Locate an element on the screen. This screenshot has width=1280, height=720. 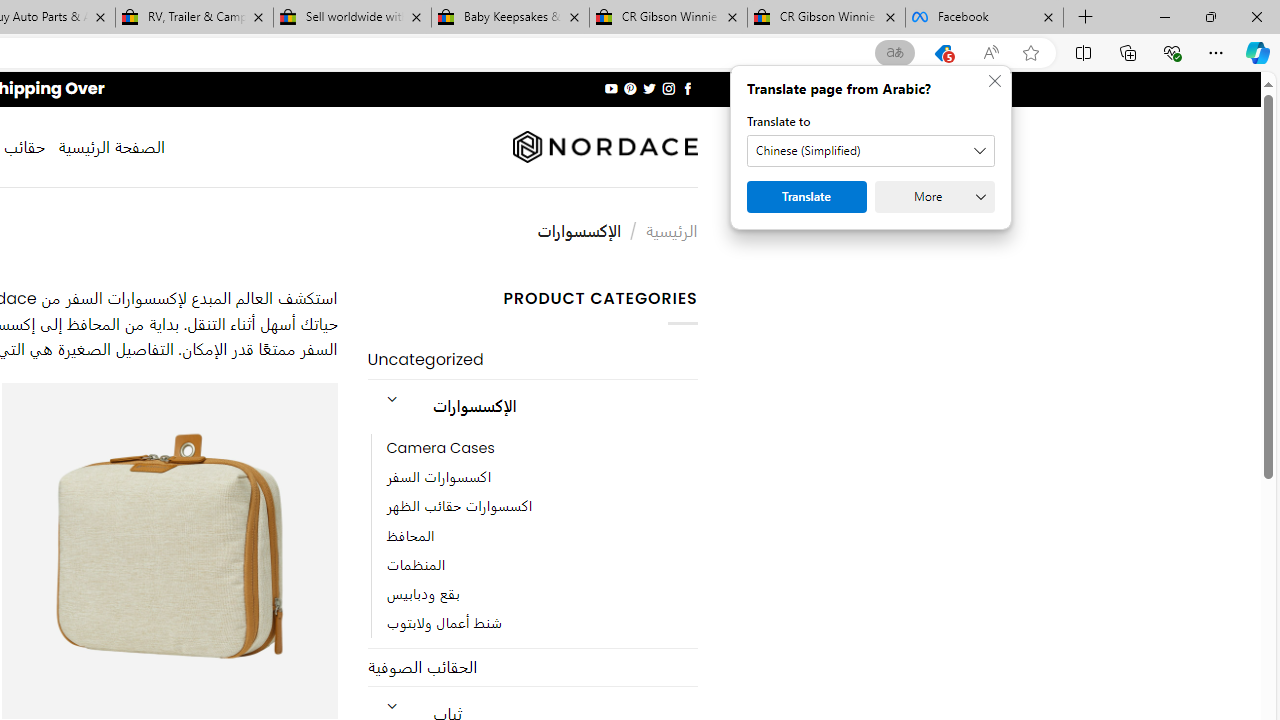
'More' is located at coordinates (934, 196).